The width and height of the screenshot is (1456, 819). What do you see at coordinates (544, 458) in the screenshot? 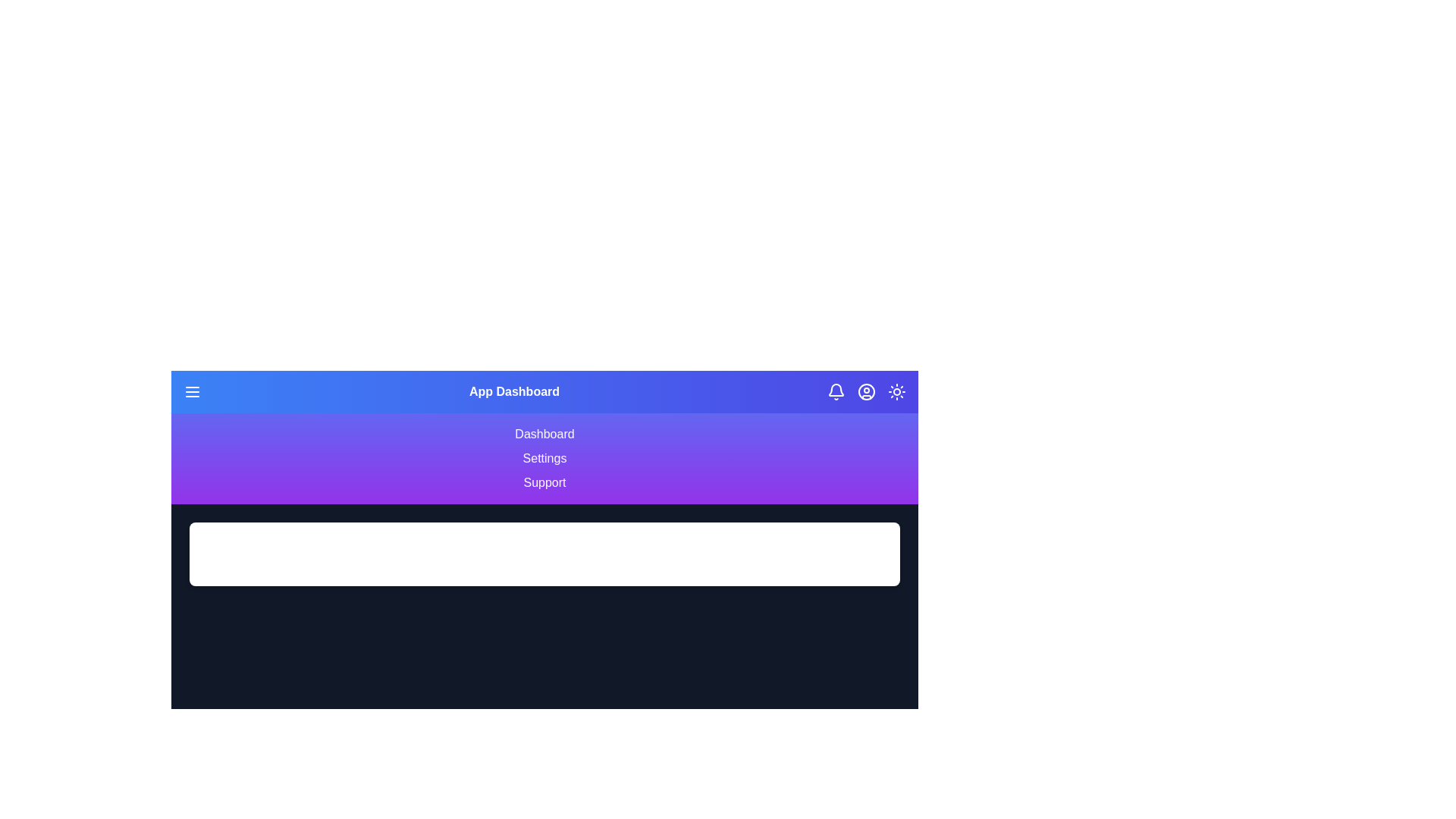
I see `the menu option Settings to explore its content` at bounding box center [544, 458].